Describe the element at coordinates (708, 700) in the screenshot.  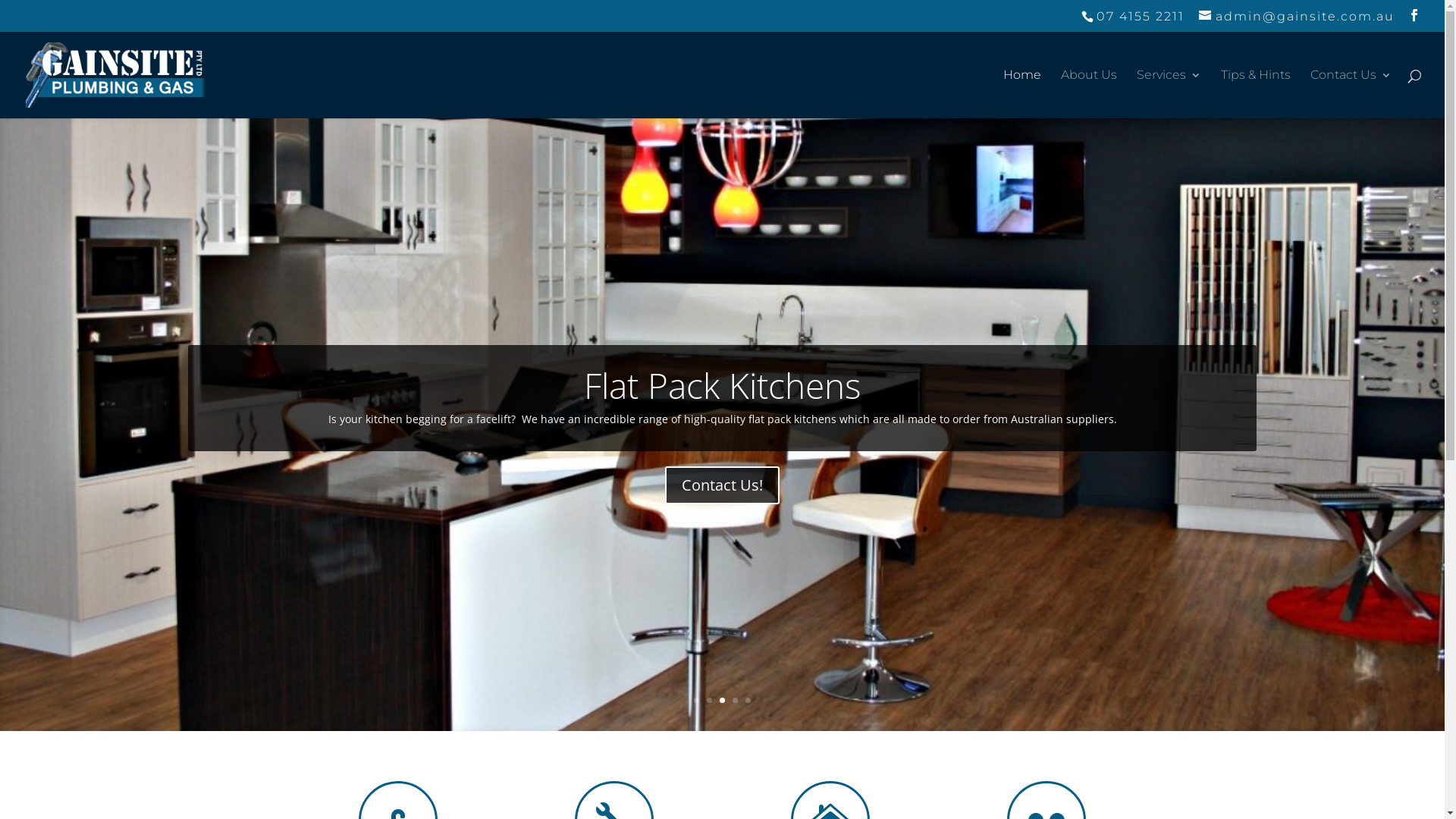
I see `'2'` at that location.